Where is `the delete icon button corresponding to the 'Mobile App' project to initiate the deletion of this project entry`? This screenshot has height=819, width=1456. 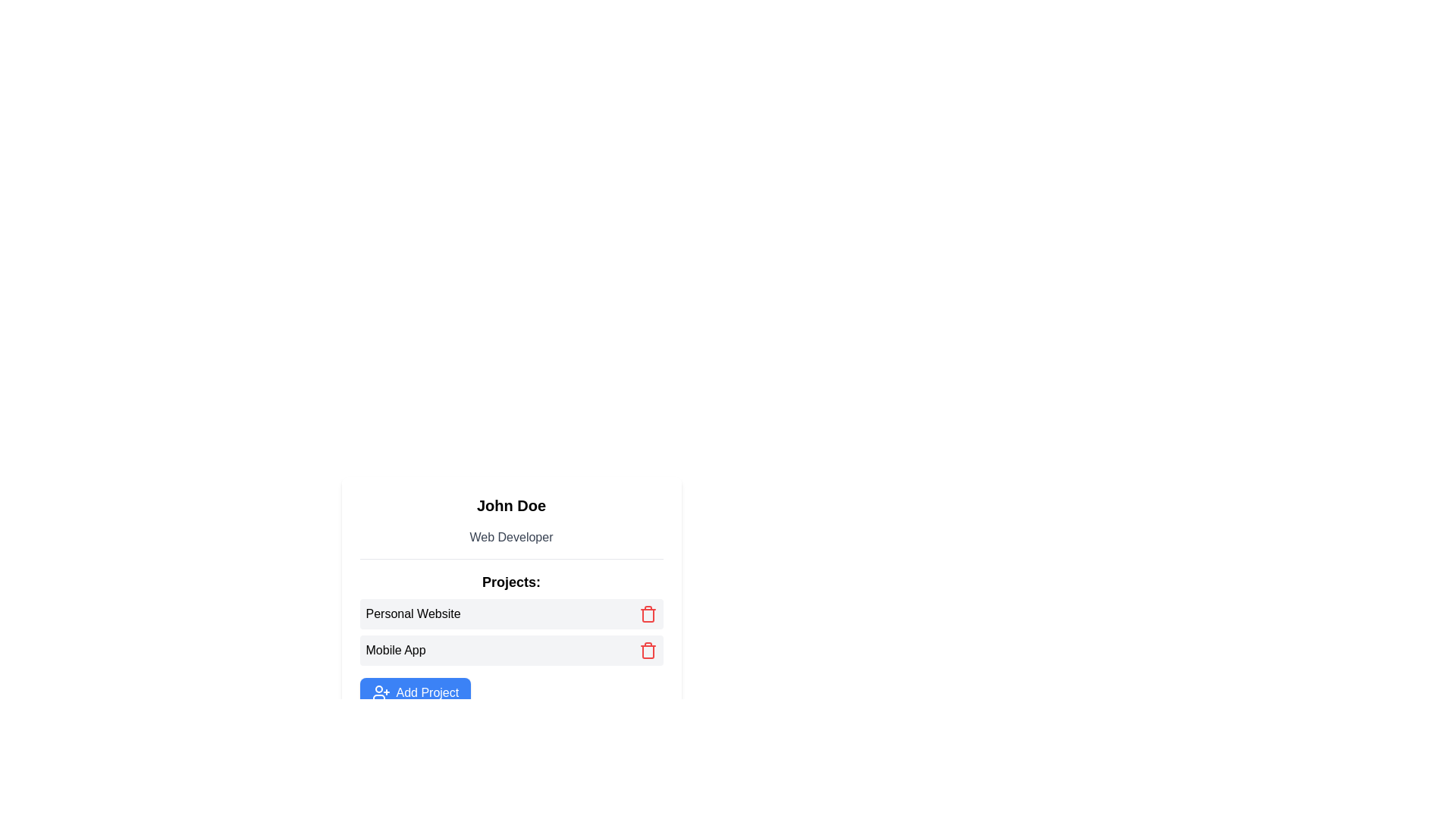
the delete icon button corresponding to the 'Mobile App' project to initiate the deletion of this project entry is located at coordinates (648, 651).